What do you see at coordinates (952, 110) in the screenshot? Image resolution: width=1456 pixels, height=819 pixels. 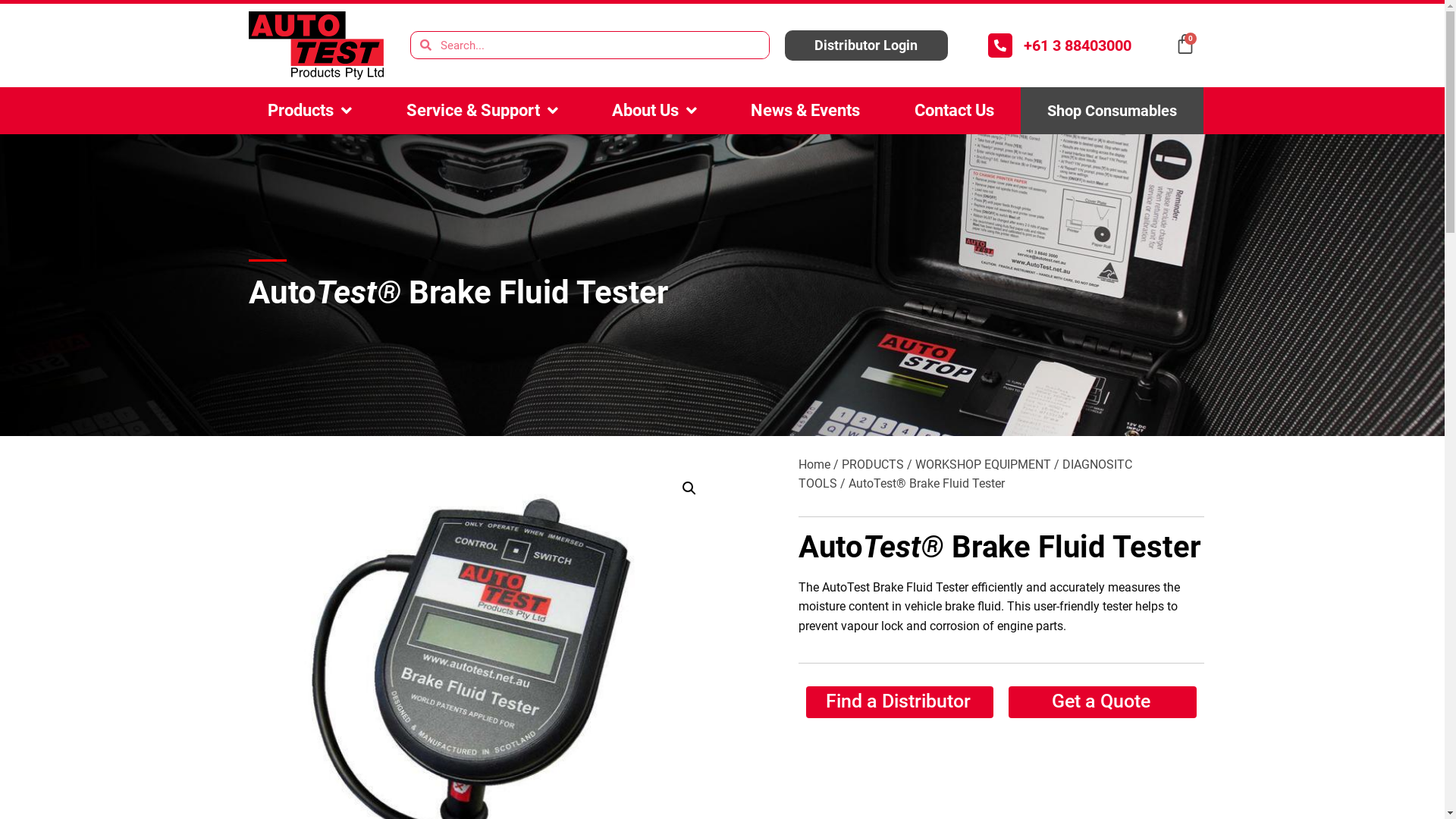 I see `'Contact Us'` at bounding box center [952, 110].